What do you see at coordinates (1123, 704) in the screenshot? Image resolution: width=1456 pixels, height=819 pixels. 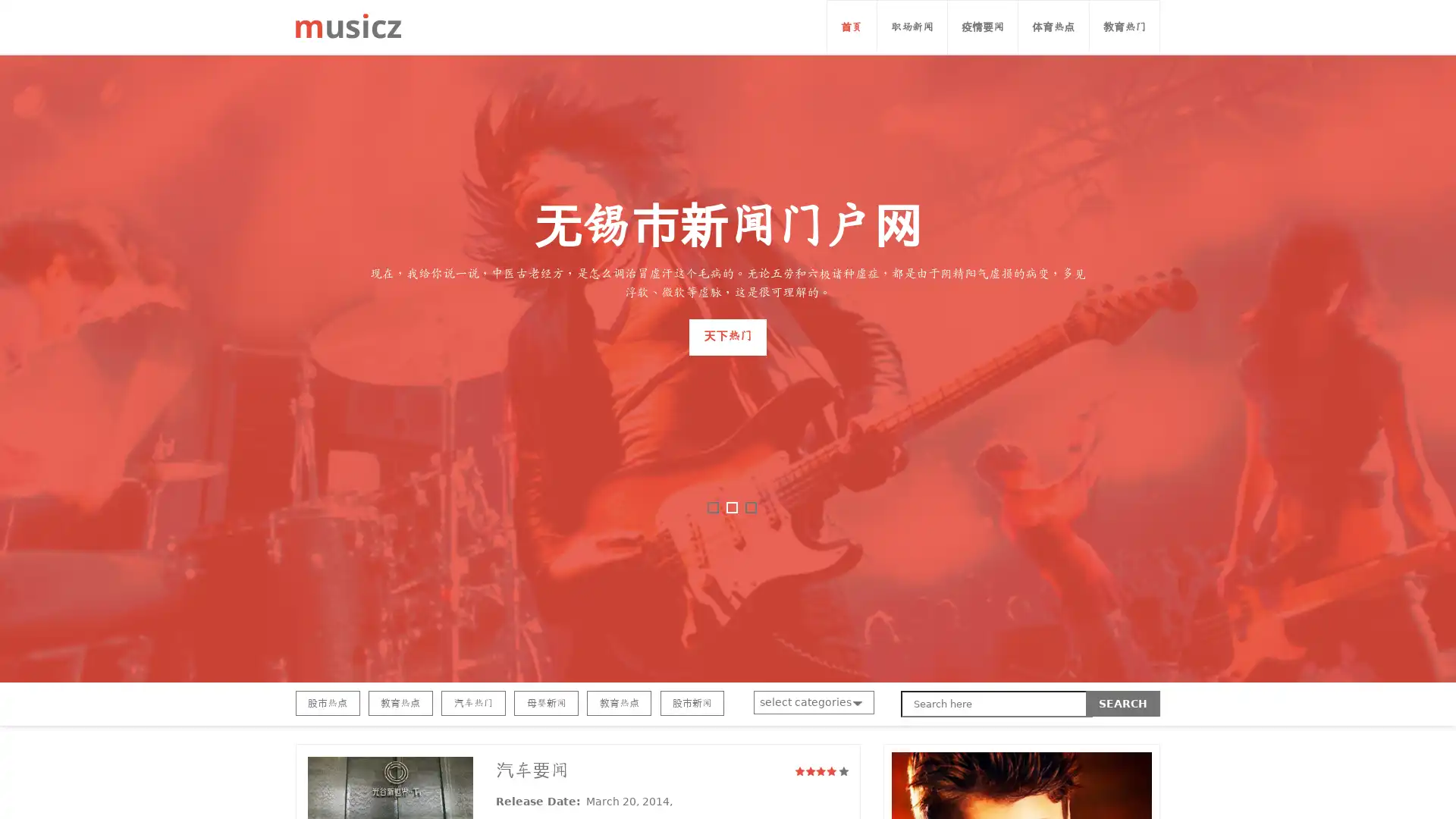 I see `search` at bounding box center [1123, 704].